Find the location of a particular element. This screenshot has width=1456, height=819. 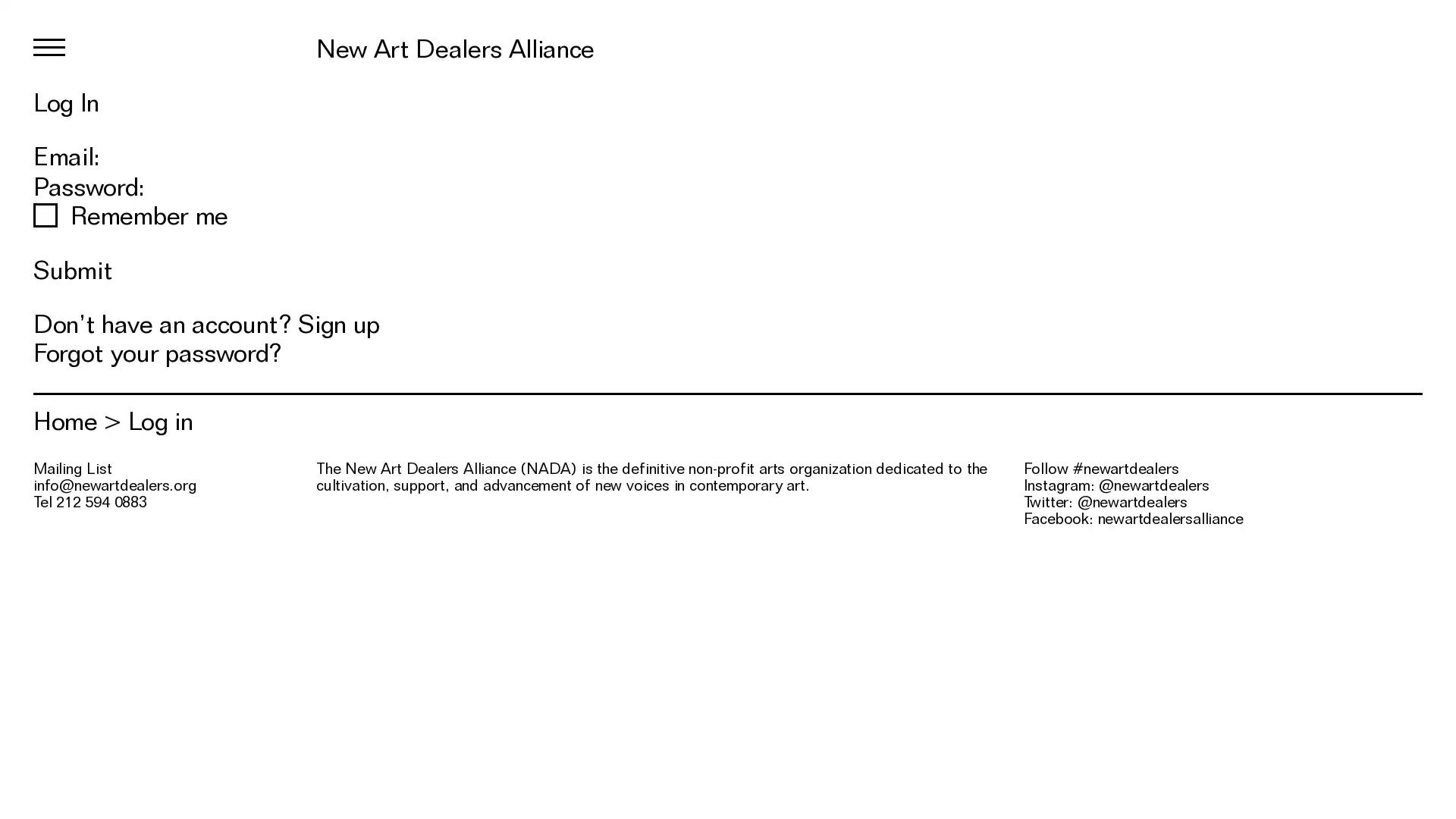

Submit is located at coordinates (71, 268).